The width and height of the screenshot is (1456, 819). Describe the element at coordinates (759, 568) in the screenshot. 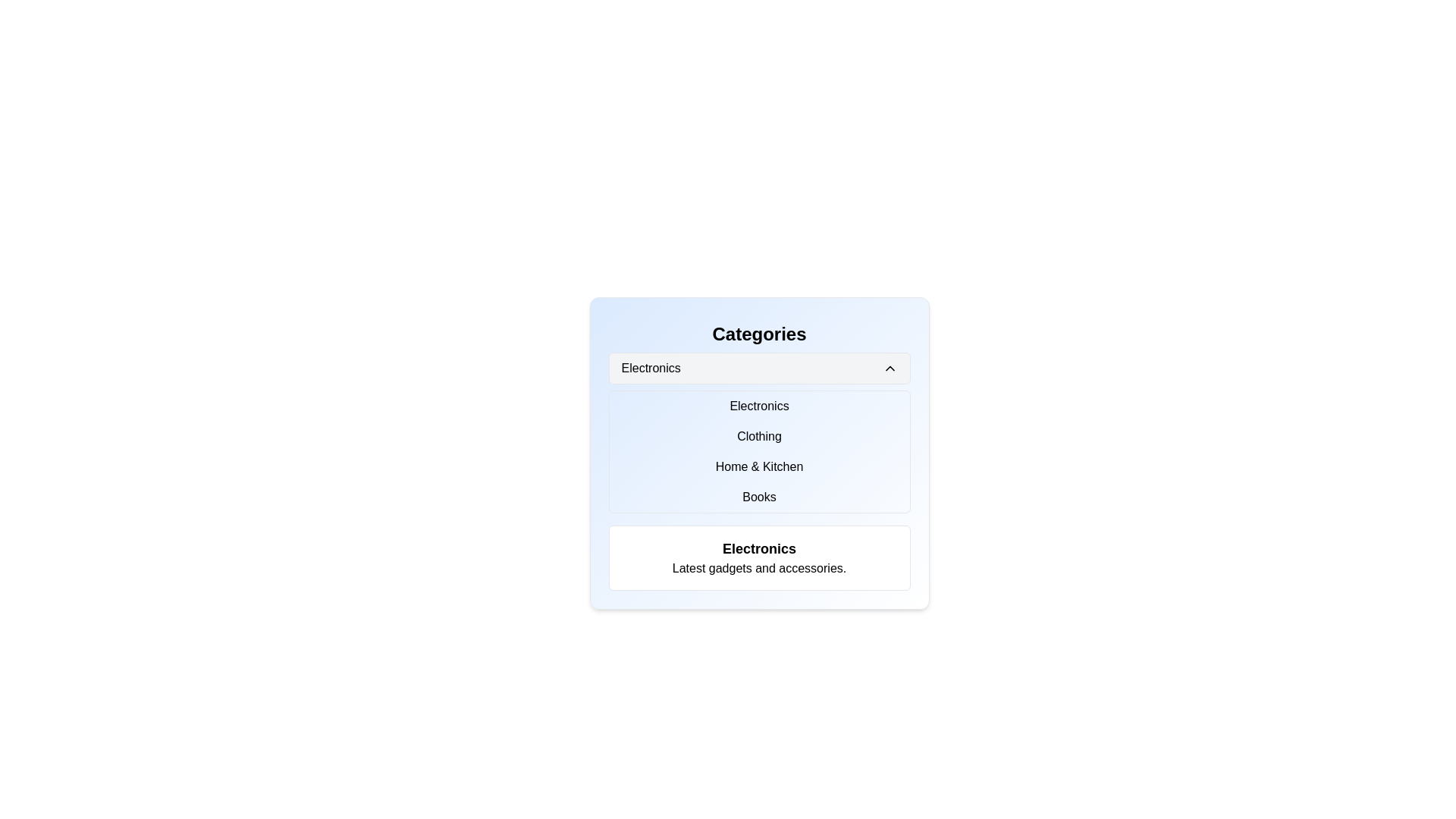

I see `the text label that reads 'Latest gadgets and accessories.' which is centrally aligned beneath the bold section header 'Electronics' in a white rounded rectangular box` at that location.